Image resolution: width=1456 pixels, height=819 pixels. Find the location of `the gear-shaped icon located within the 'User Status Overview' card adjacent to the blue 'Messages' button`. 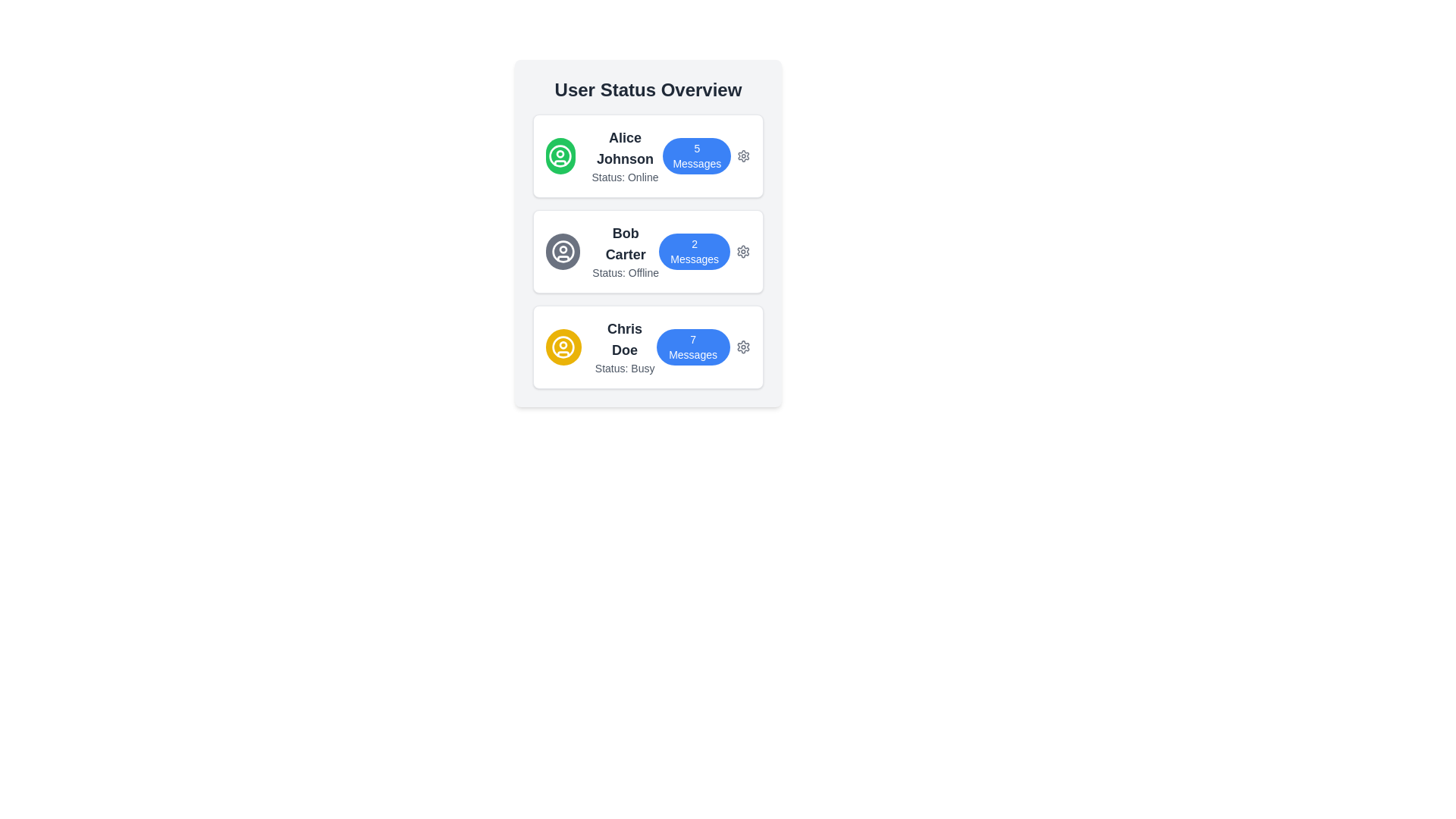

the gear-shaped icon located within the 'User Status Overview' card adjacent to the blue 'Messages' button is located at coordinates (743, 250).